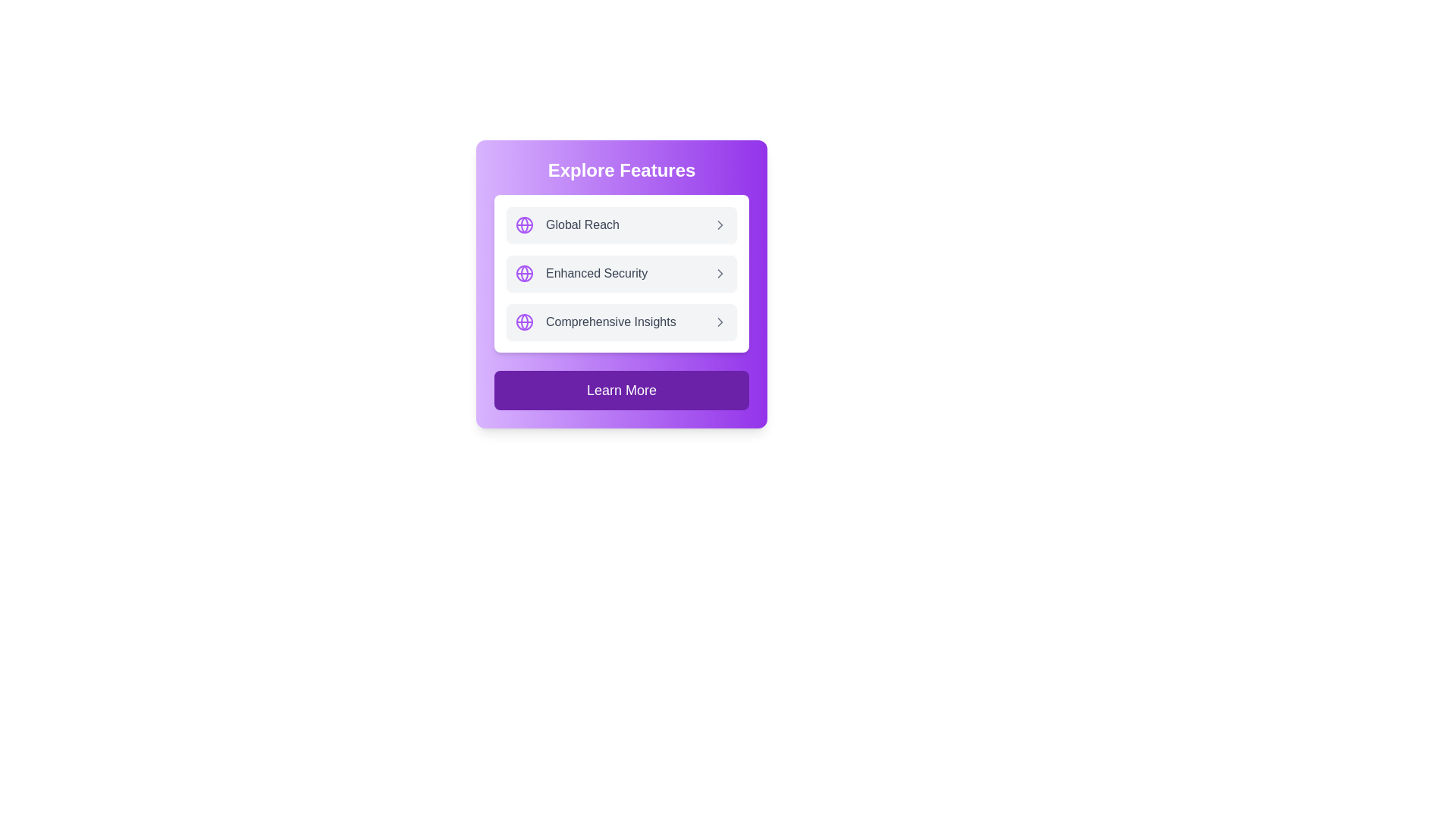 Image resolution: width=1456 pixels, height=819 pixels. What do you see at coordinates (622, 225) in the screenshot?
I see `first interactive list item under the 'Explore Features' header, which is associated with 'Global Reach', by clicking on it` at bounding box center [622, 225].